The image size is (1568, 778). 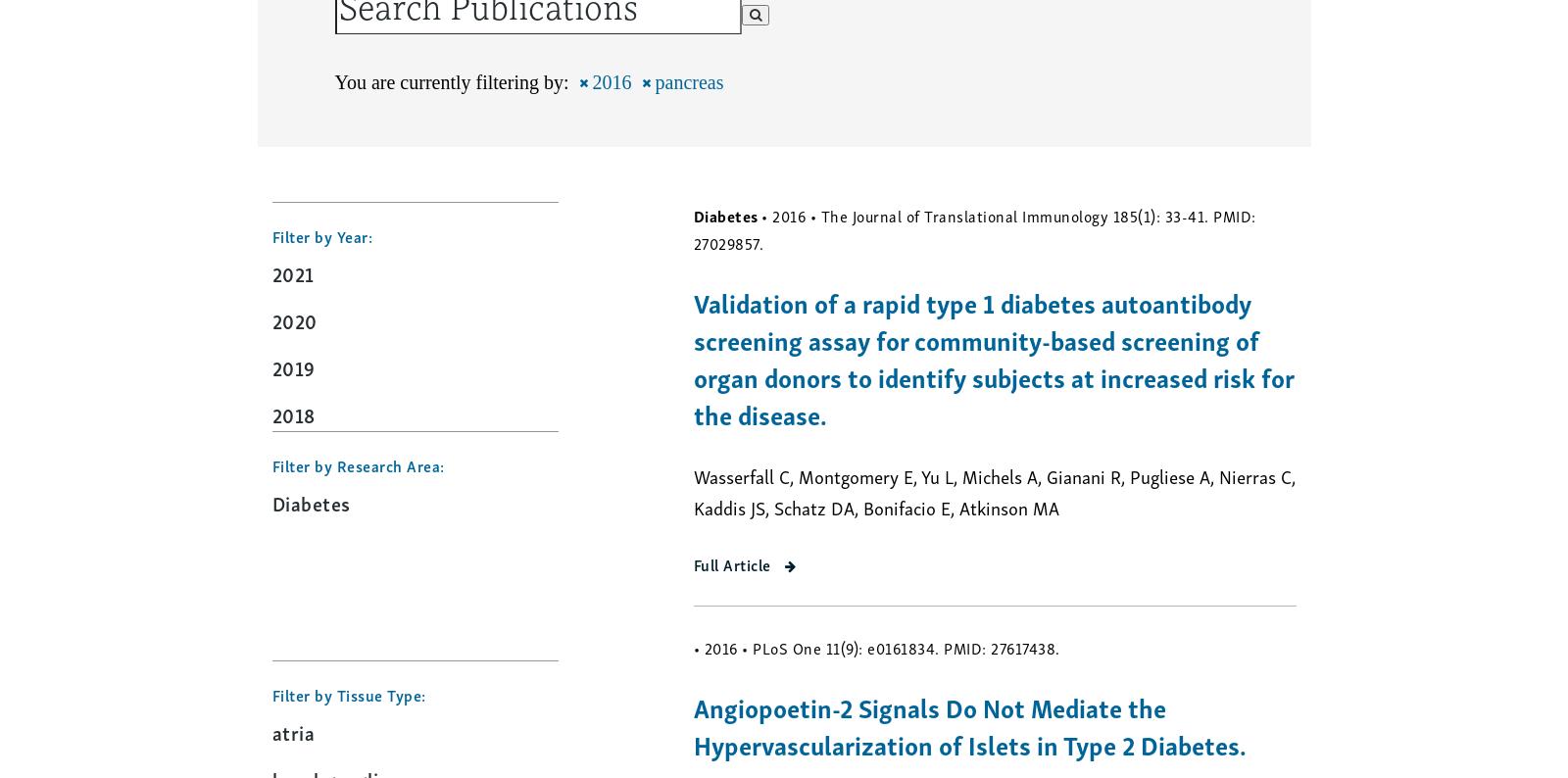 What do you see at coordinates (450, 79) in the screenshot?
I see `'You are currently filtering by:'` at bounding box center [450, 79].